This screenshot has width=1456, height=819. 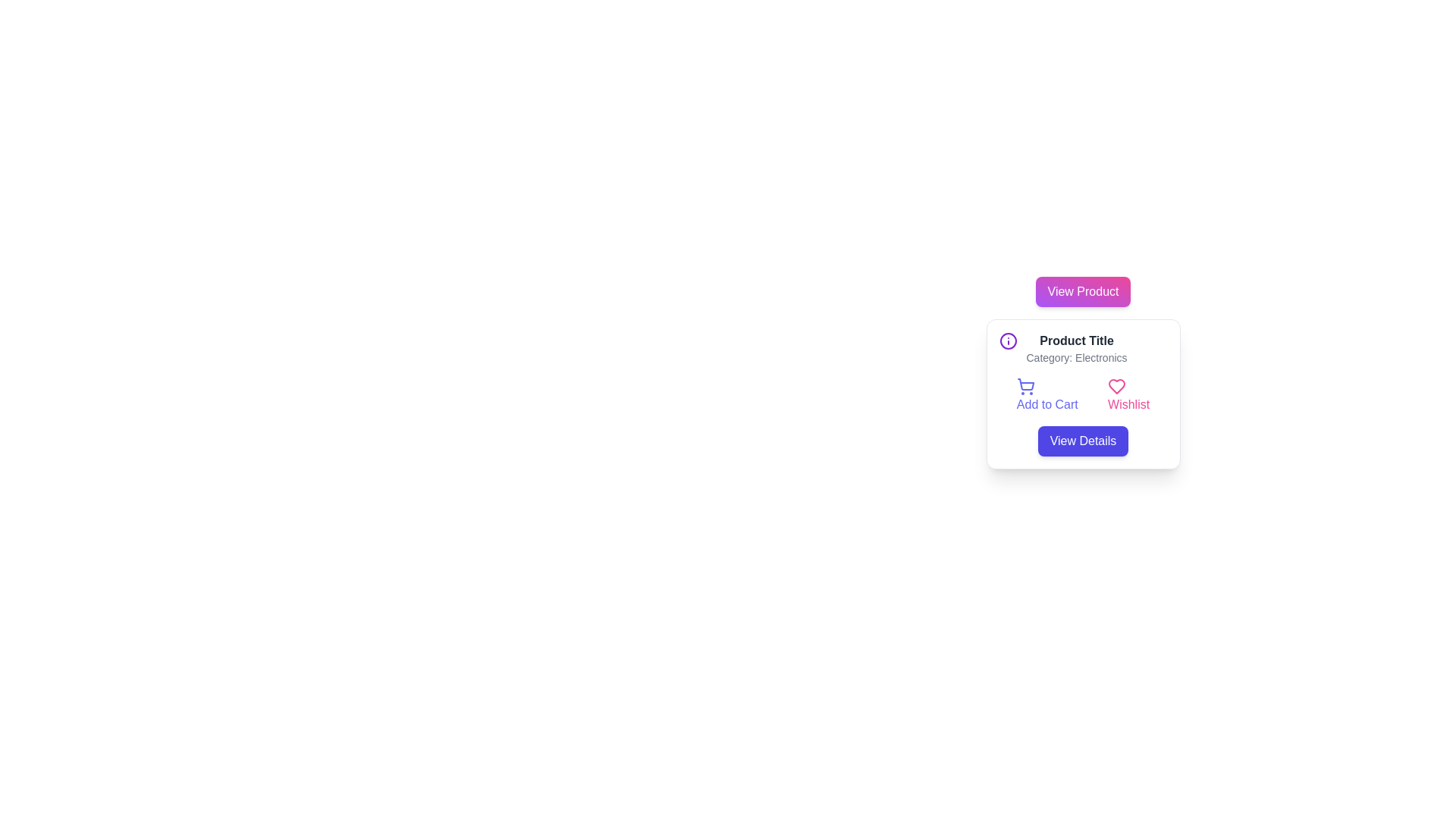 I want to click on the cart icon that represents the 'Add to Cart' functionality, located in the top left corner of the product actions card, so click(x=1025, y=385).